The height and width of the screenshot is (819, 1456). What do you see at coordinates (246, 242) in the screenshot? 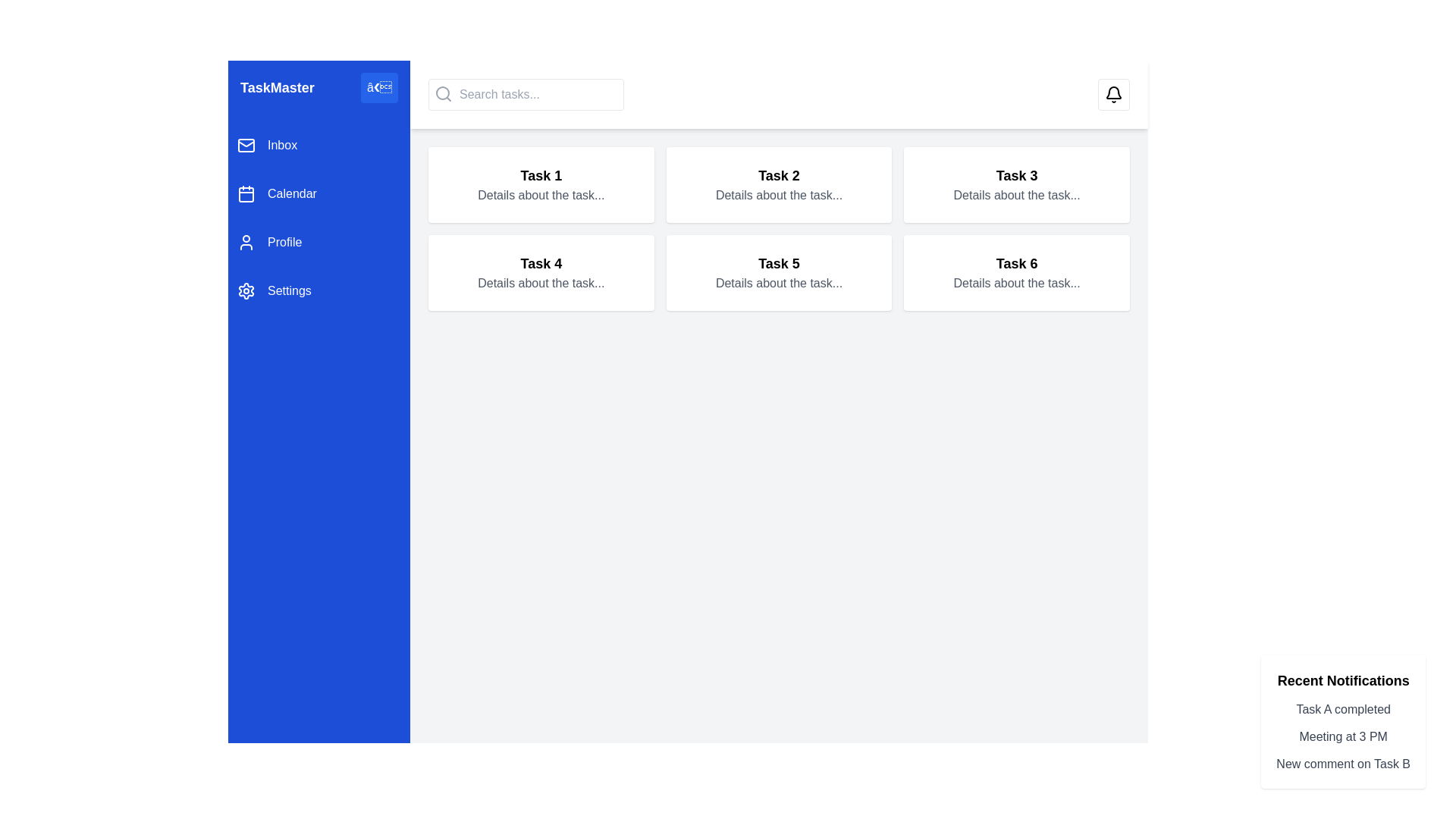
I see `the 'Profile' icon in the sidebar menu` at bounding box center [246, 242].